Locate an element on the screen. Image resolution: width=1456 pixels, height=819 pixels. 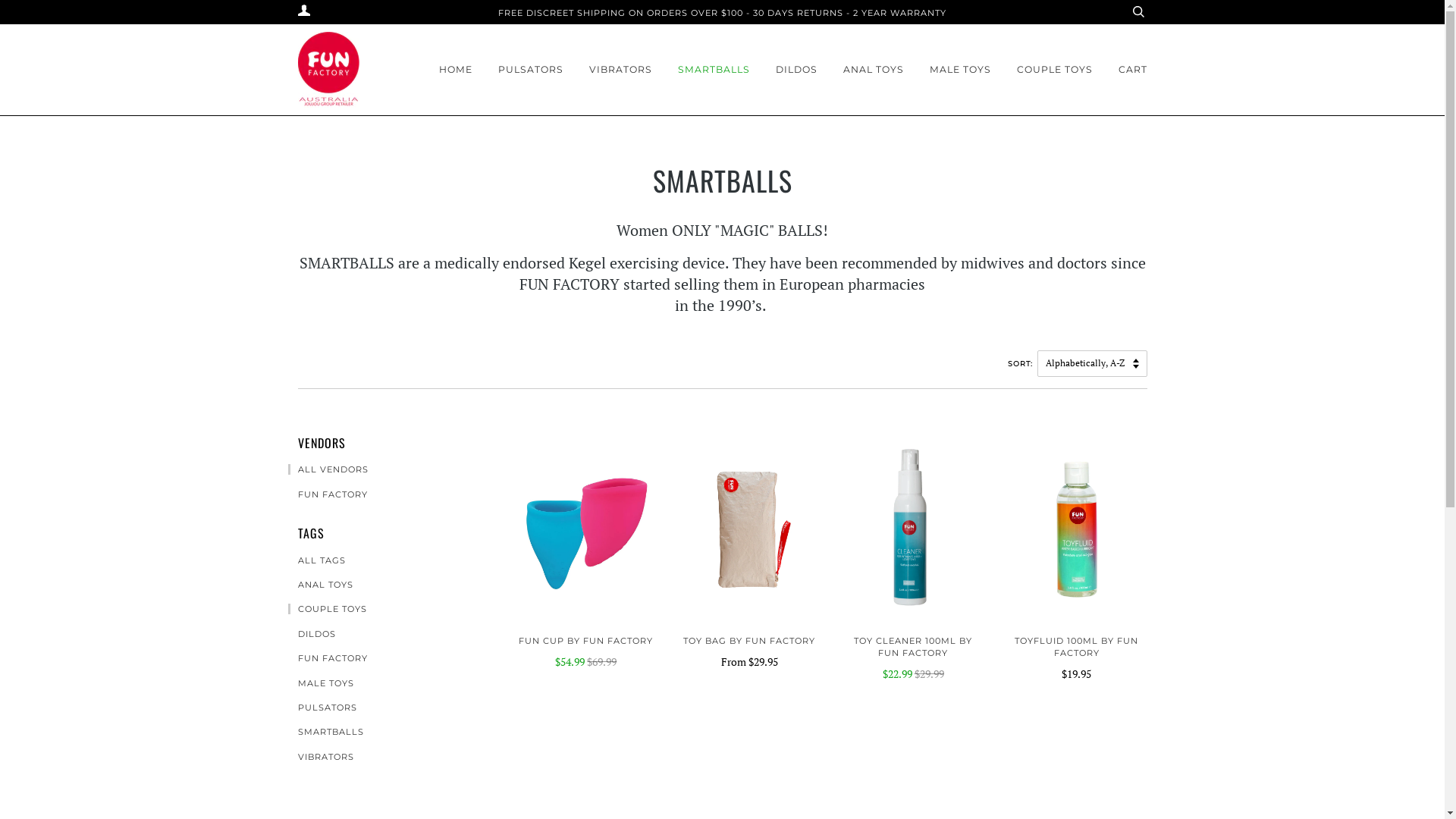
'PULSATORS' is located at coordinates (322, 708).